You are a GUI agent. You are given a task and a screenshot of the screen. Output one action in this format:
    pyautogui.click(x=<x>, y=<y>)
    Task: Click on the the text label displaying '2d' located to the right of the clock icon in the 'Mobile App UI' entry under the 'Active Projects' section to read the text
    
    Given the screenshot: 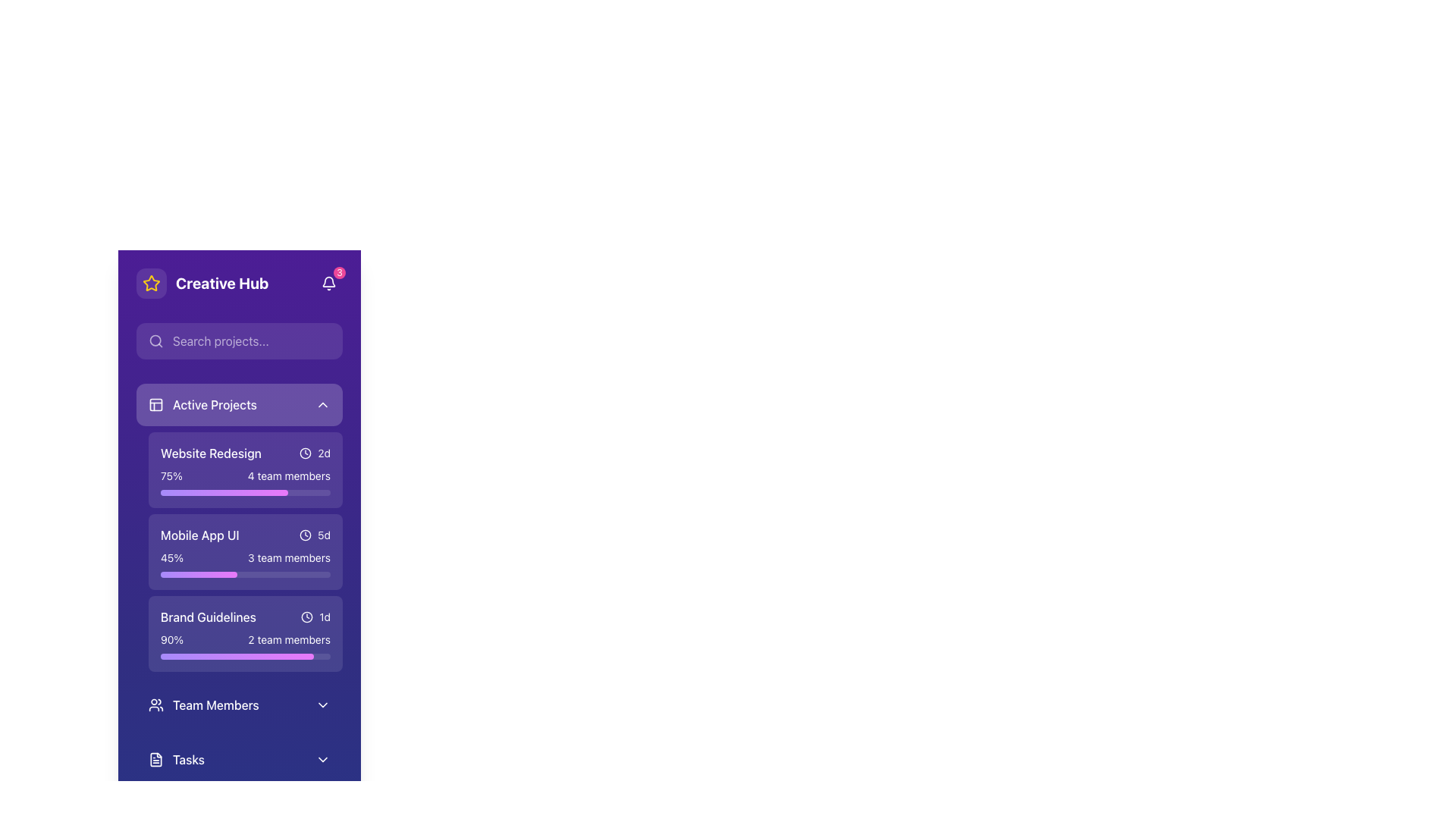 What is the action you would take?
    pyautogui.click(x=323, y=452)
    